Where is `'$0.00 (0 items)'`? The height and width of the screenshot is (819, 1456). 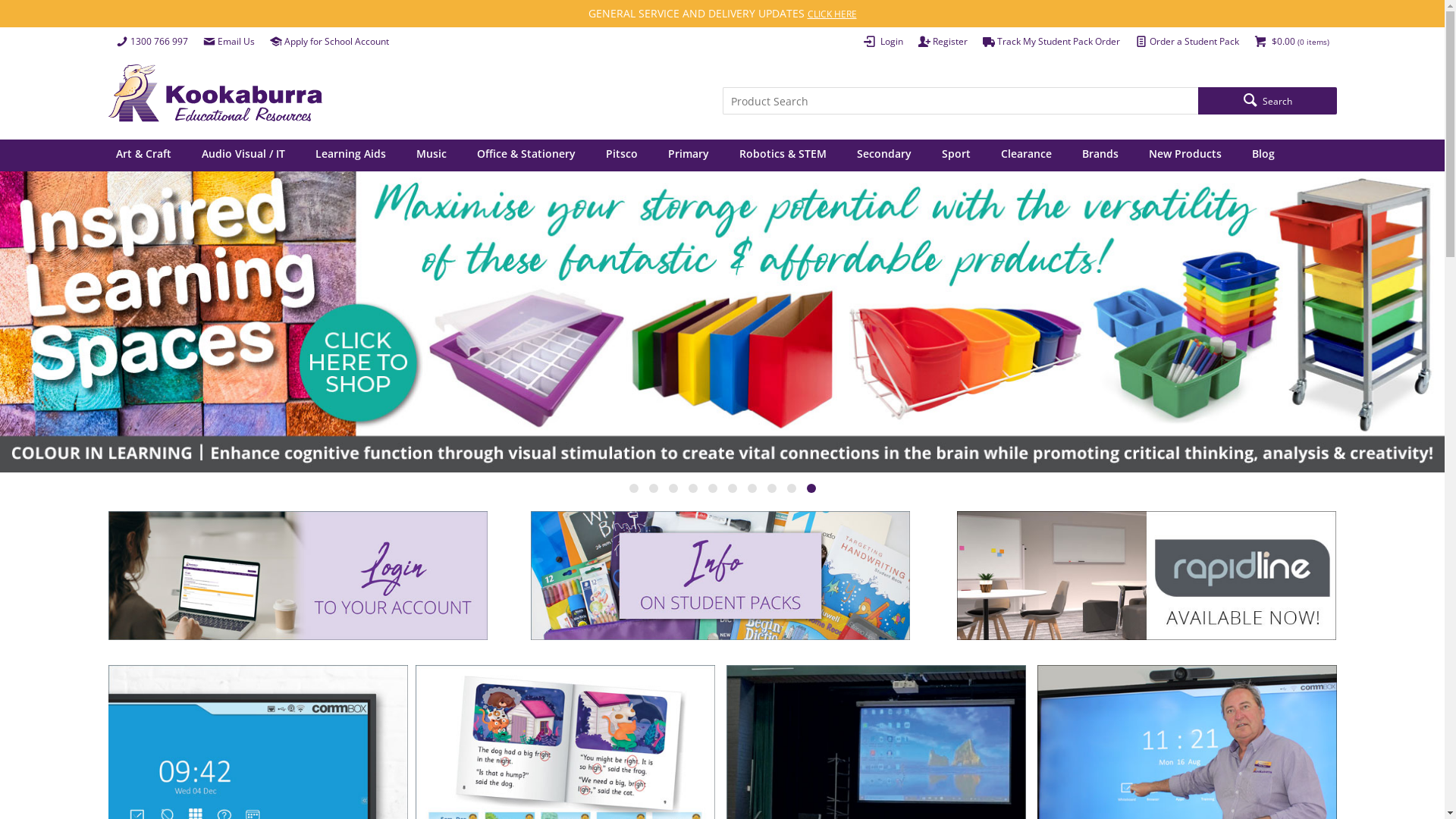
'$0.00 (0 items)' is located at coordinates (1246, 40).